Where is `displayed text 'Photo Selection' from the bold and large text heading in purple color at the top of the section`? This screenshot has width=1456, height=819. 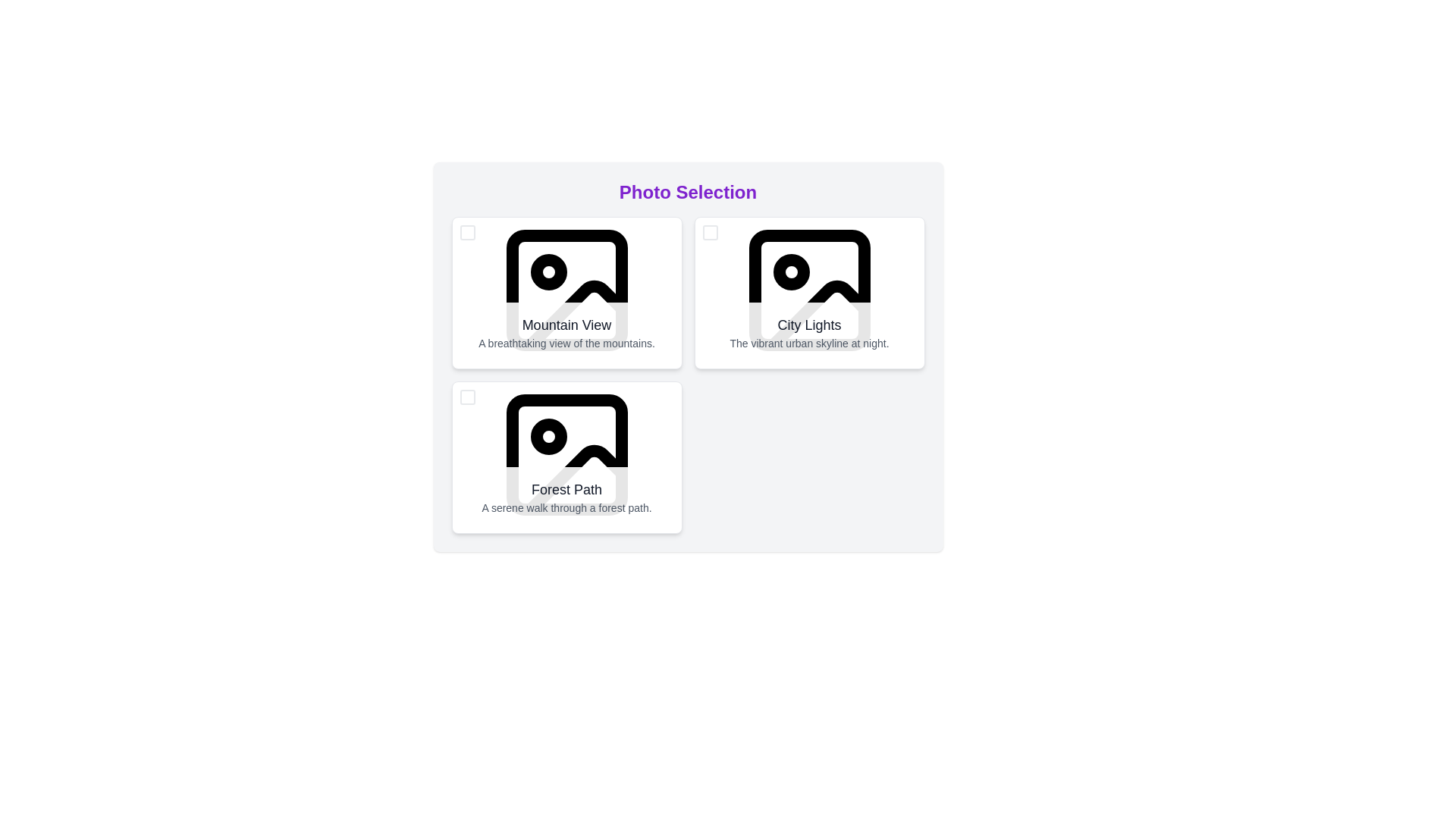
displayed text 'Photo Selection' from the bold and large text heading in purple color at the top of the section is located at coordinates (687, 192).